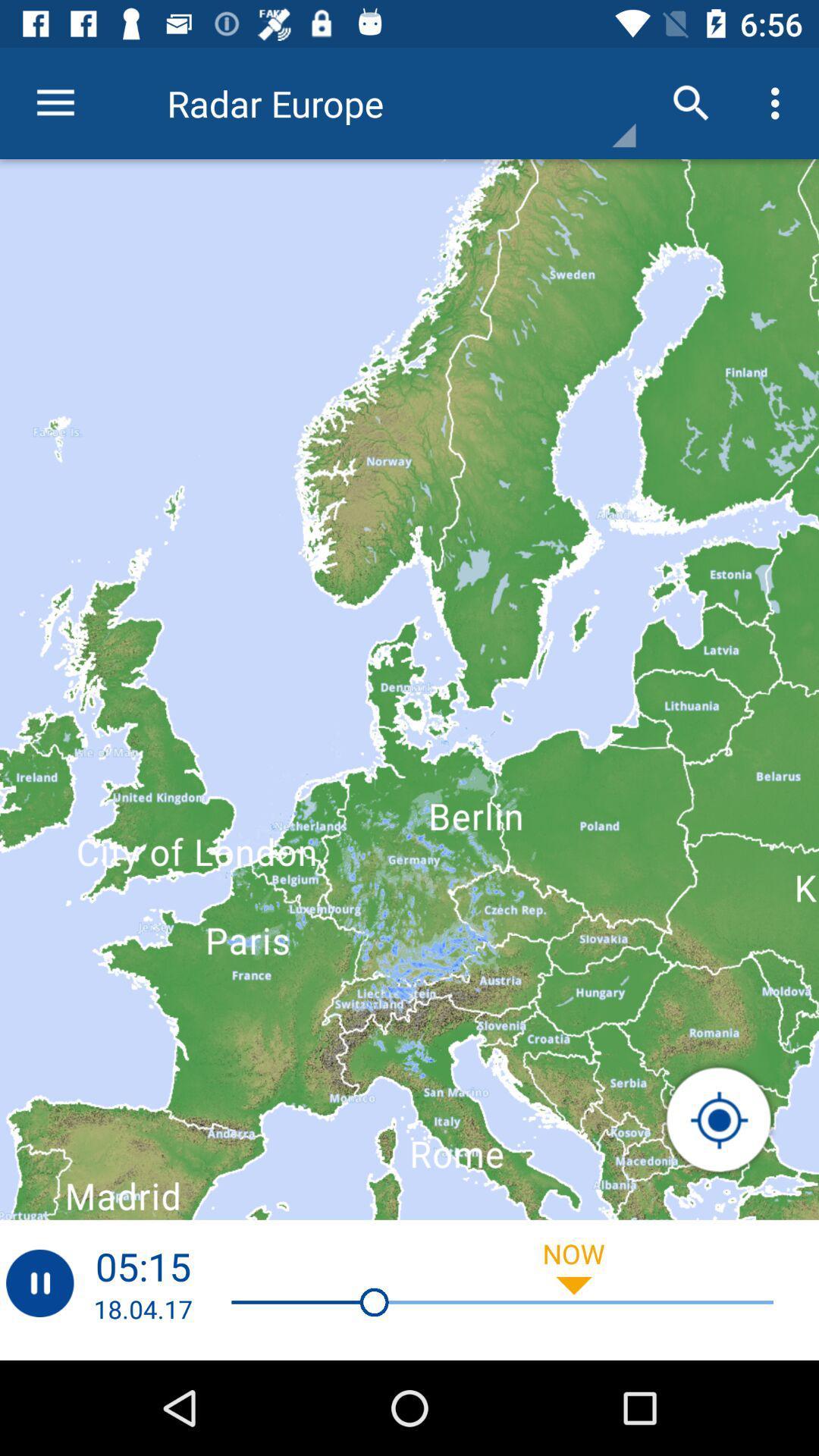  I want to click on the location_crosshair icon, so click(718, 1120).